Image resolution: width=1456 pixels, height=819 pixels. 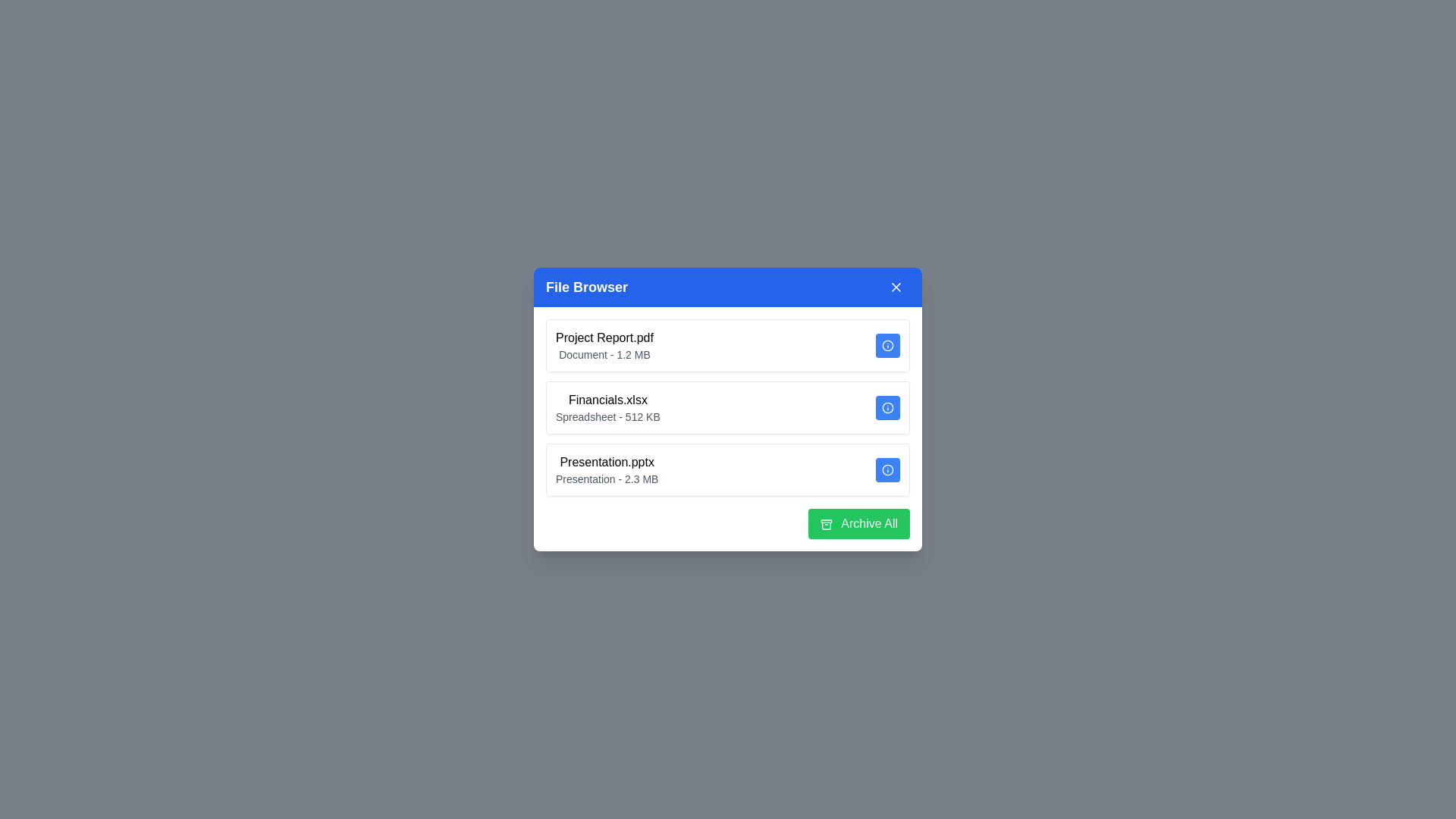 What do you see at coordinates (728, 345) in the screenshot?
I see `the file item Project Report.pdf to highlight it` at bounding box center [728, 345].